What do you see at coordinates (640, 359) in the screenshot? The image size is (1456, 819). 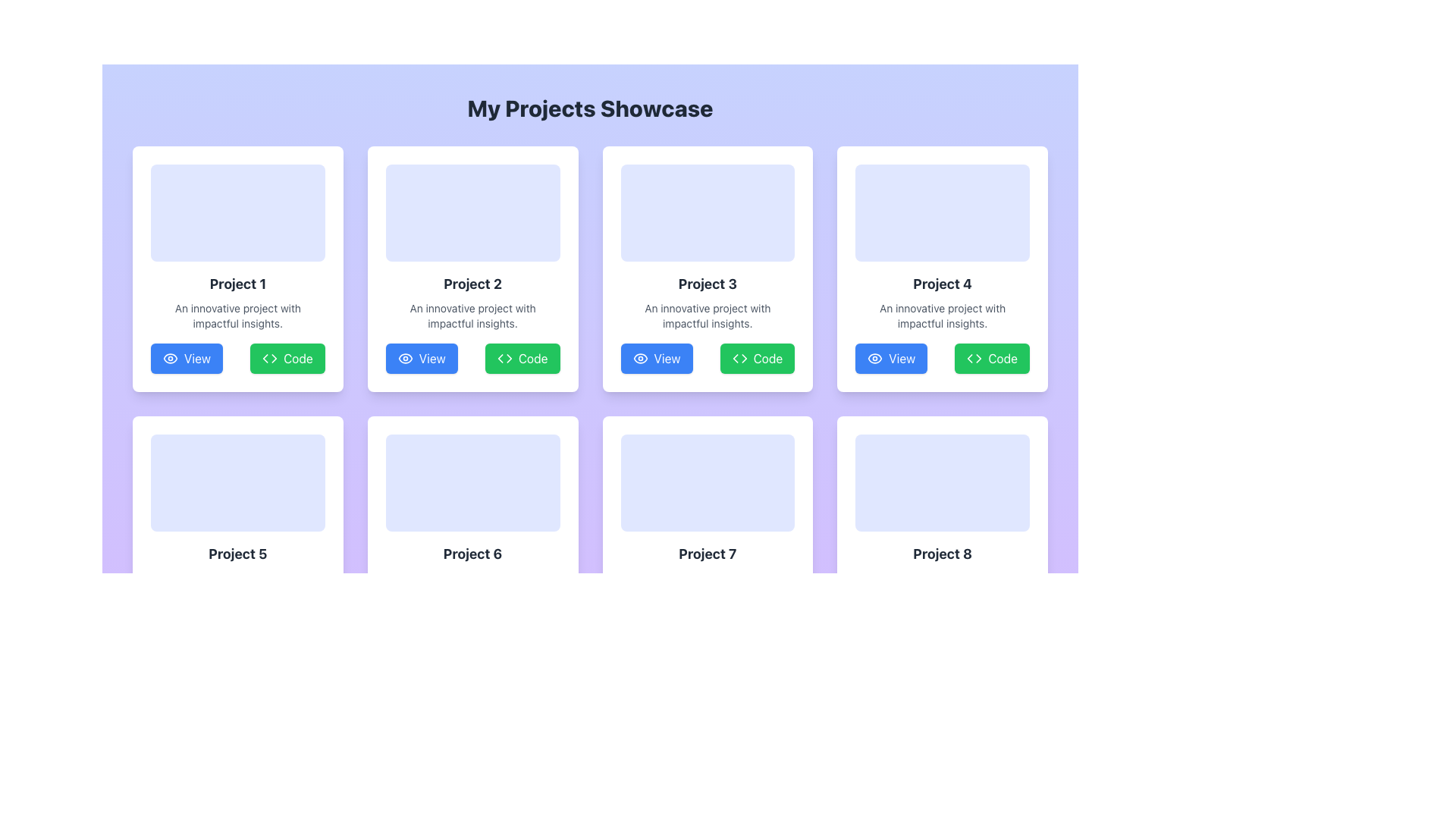 I see `the icon within the 'View' button of the 'Project 3' section, which is located to the left of the text labeled 'View'` at bounding box center [640, 359].